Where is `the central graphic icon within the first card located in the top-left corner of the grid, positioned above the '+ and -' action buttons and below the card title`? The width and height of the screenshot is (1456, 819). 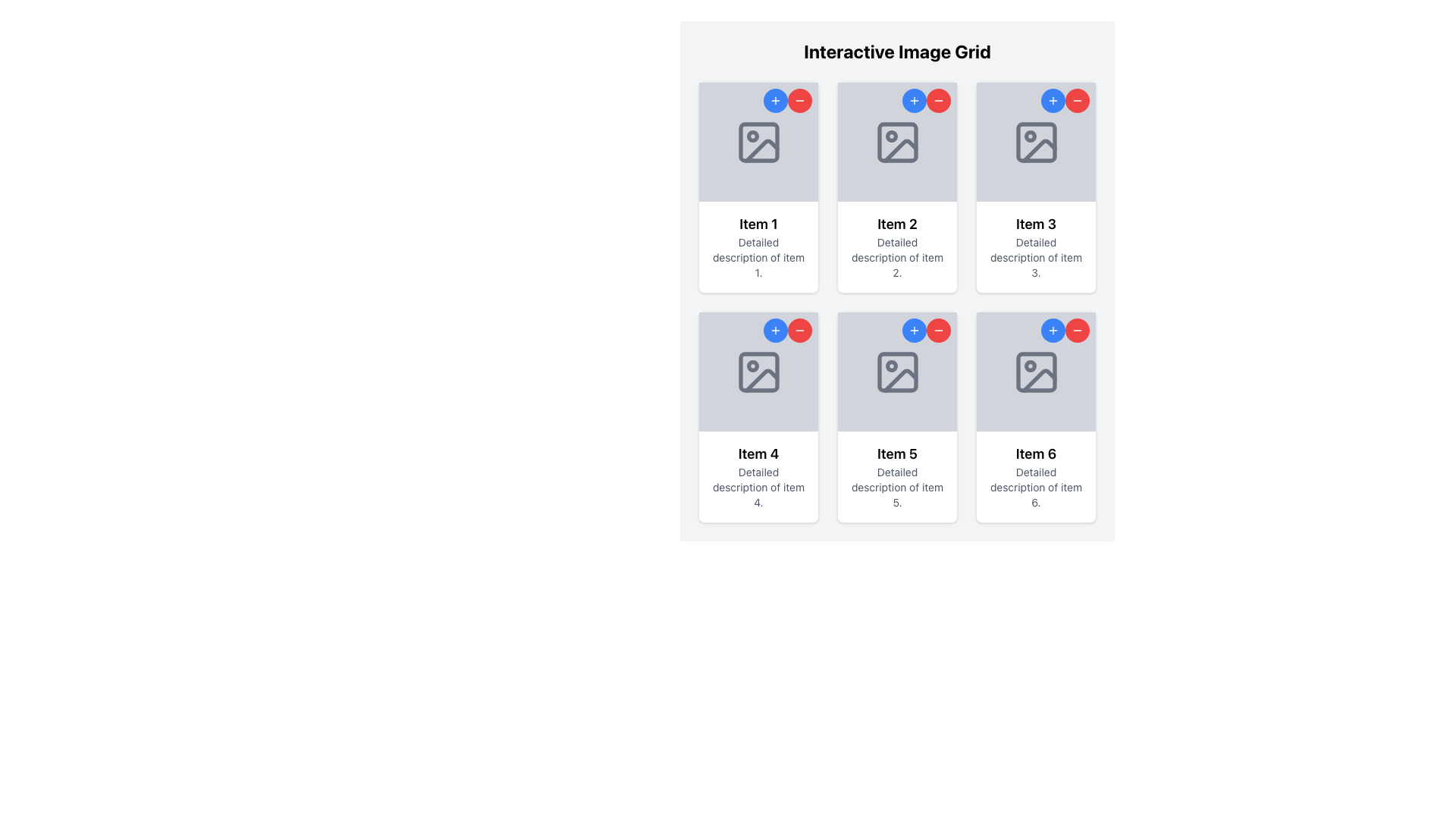
the central graphic icon within the first card located in the top-left corner of the grid, positioned above the '+ and -' action buttons and below the card title is located at coordinates (758, 142).